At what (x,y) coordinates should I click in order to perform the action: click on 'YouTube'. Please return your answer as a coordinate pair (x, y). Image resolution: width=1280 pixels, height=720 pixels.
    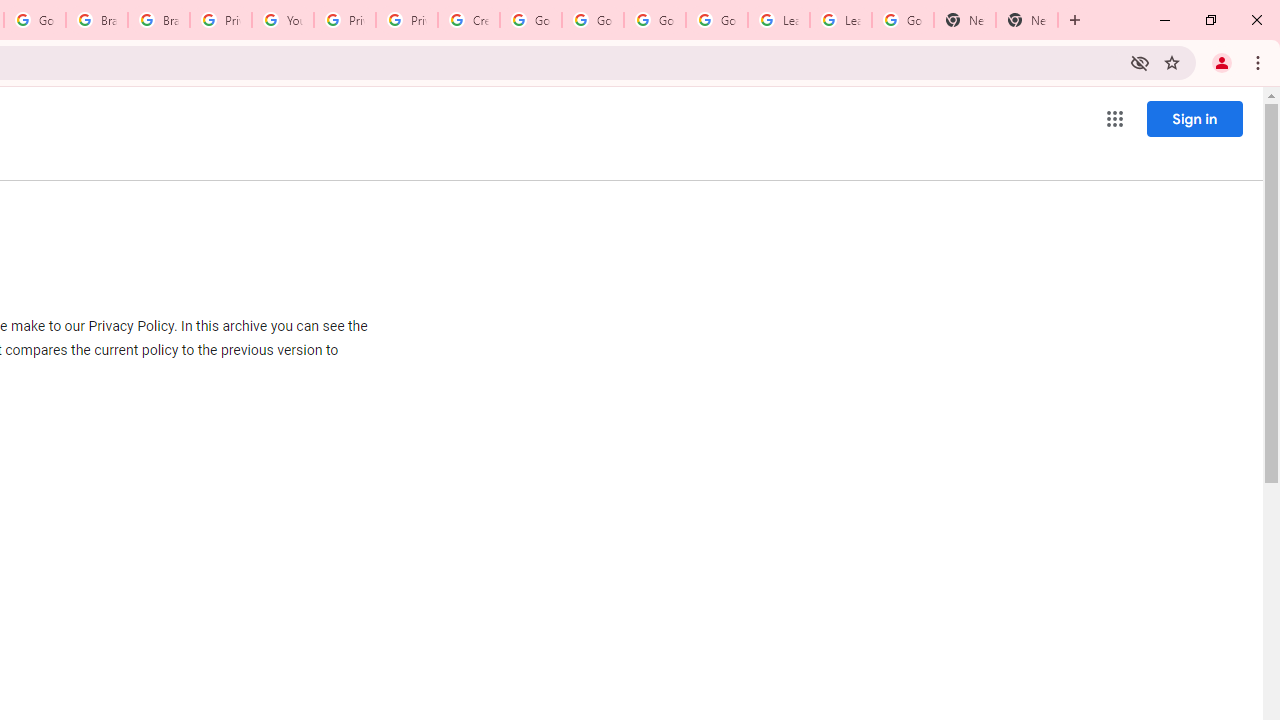
    Looking at the image, I should click on (281, 20).